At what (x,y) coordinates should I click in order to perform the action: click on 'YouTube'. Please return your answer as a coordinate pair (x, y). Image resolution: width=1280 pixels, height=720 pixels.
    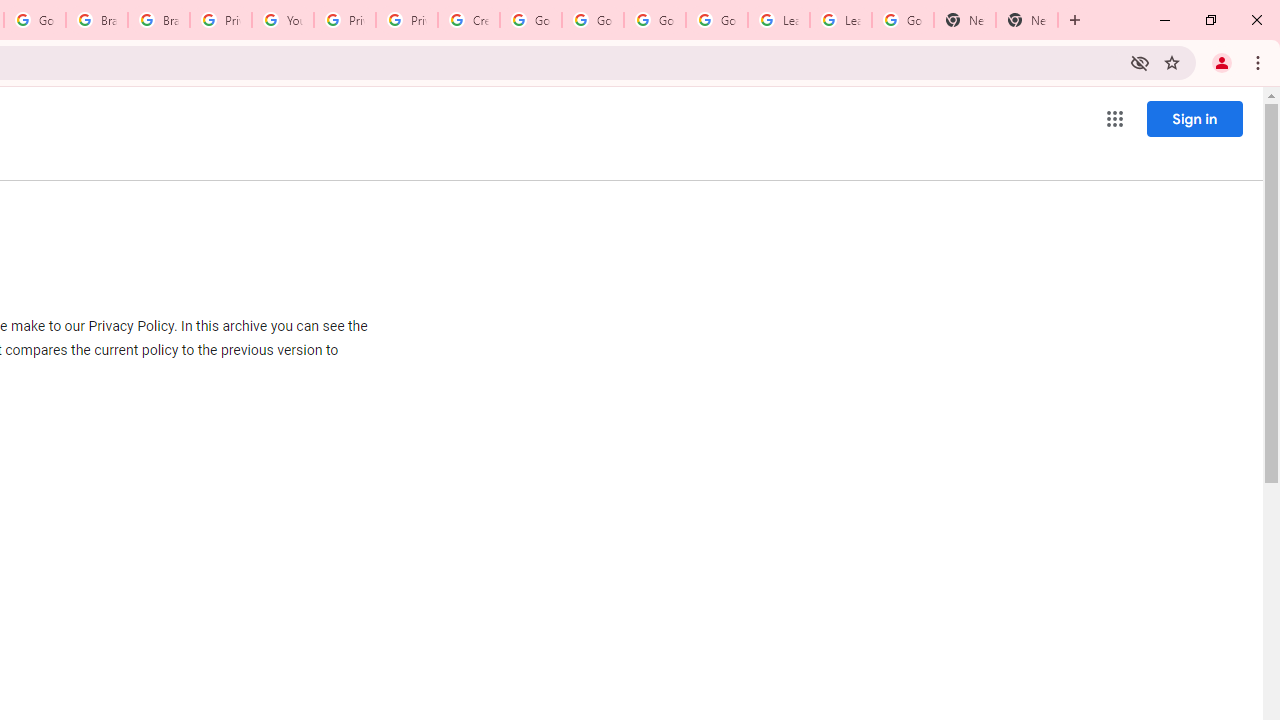
    Looking at the image, I should click on (281, 20).